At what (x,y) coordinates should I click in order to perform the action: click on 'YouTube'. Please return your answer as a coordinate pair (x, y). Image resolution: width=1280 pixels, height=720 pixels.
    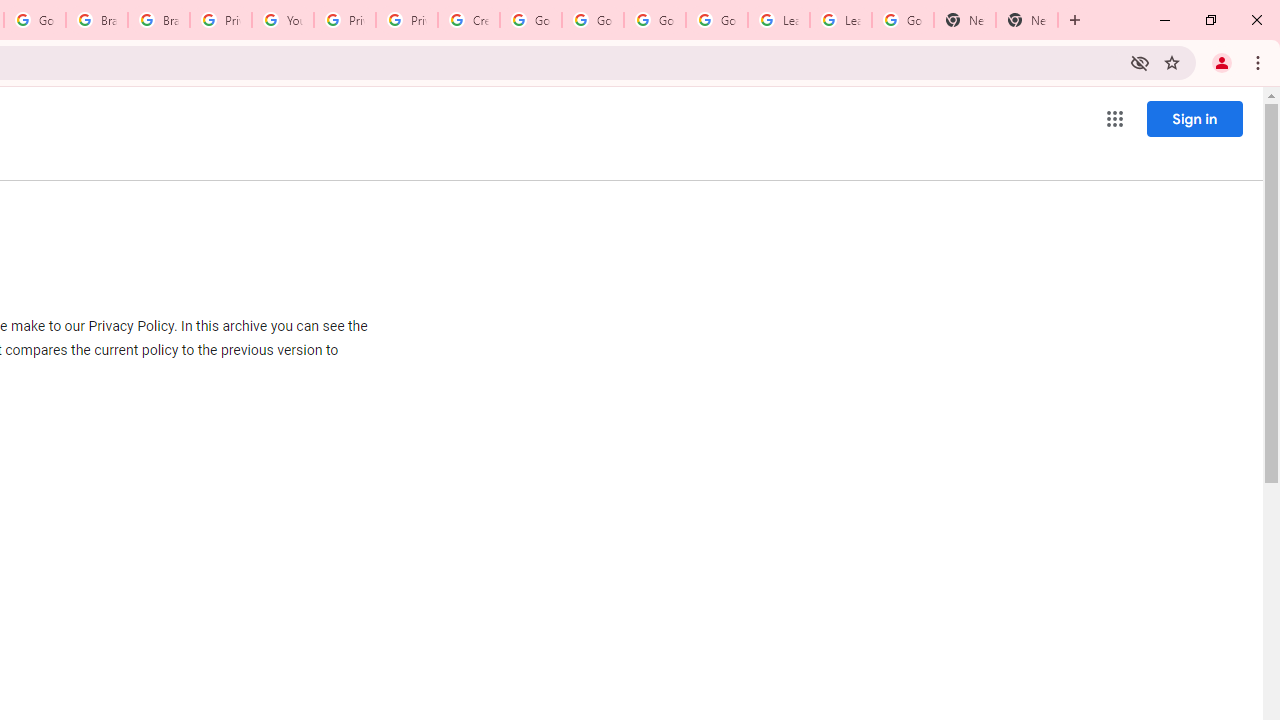
    Looking at the image, I should click on (281, 20).